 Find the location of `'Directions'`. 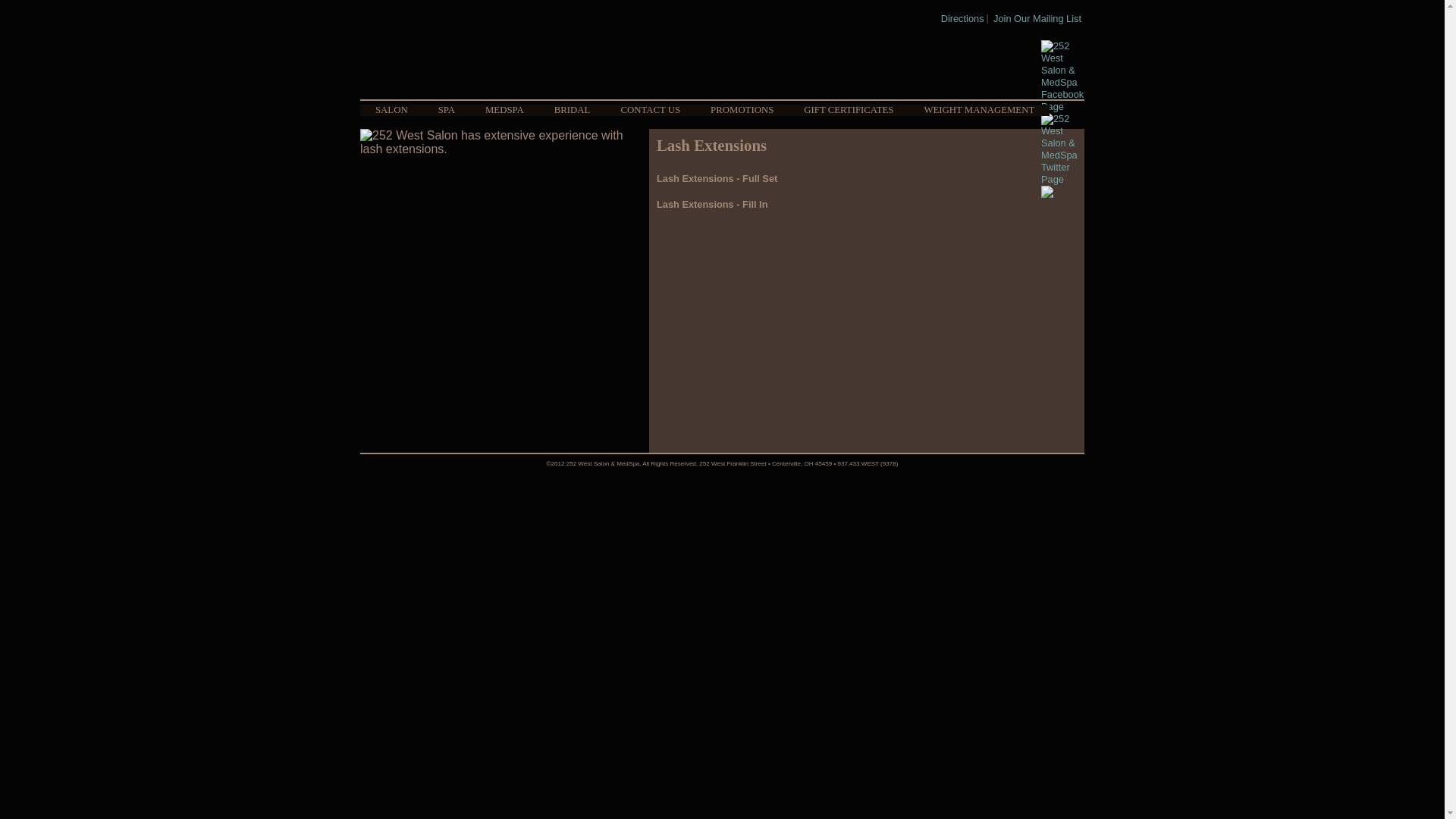

'Directions' is located at coordinates (962, 18).